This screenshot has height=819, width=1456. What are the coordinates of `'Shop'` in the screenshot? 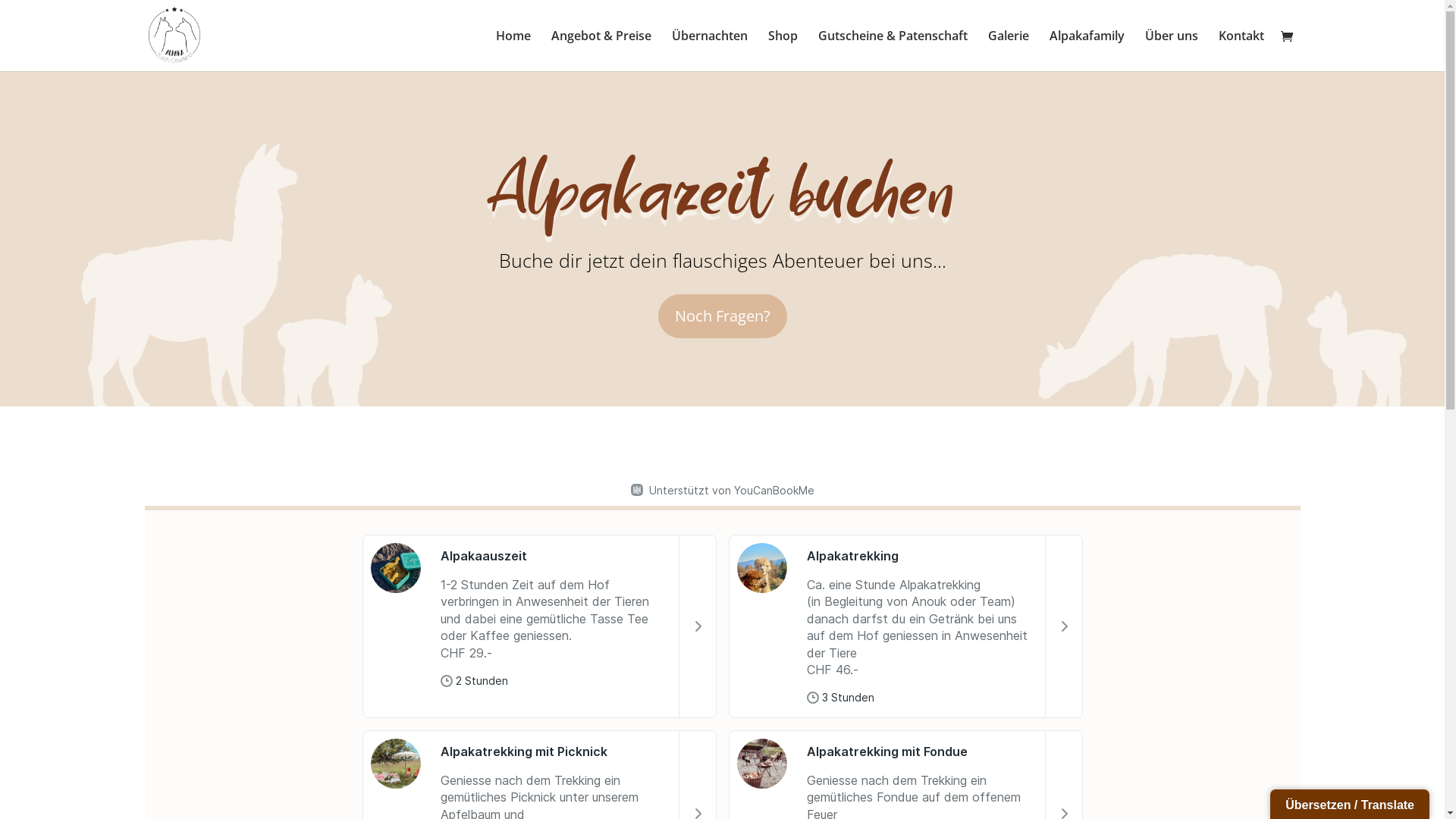 It's located at (782, 49).